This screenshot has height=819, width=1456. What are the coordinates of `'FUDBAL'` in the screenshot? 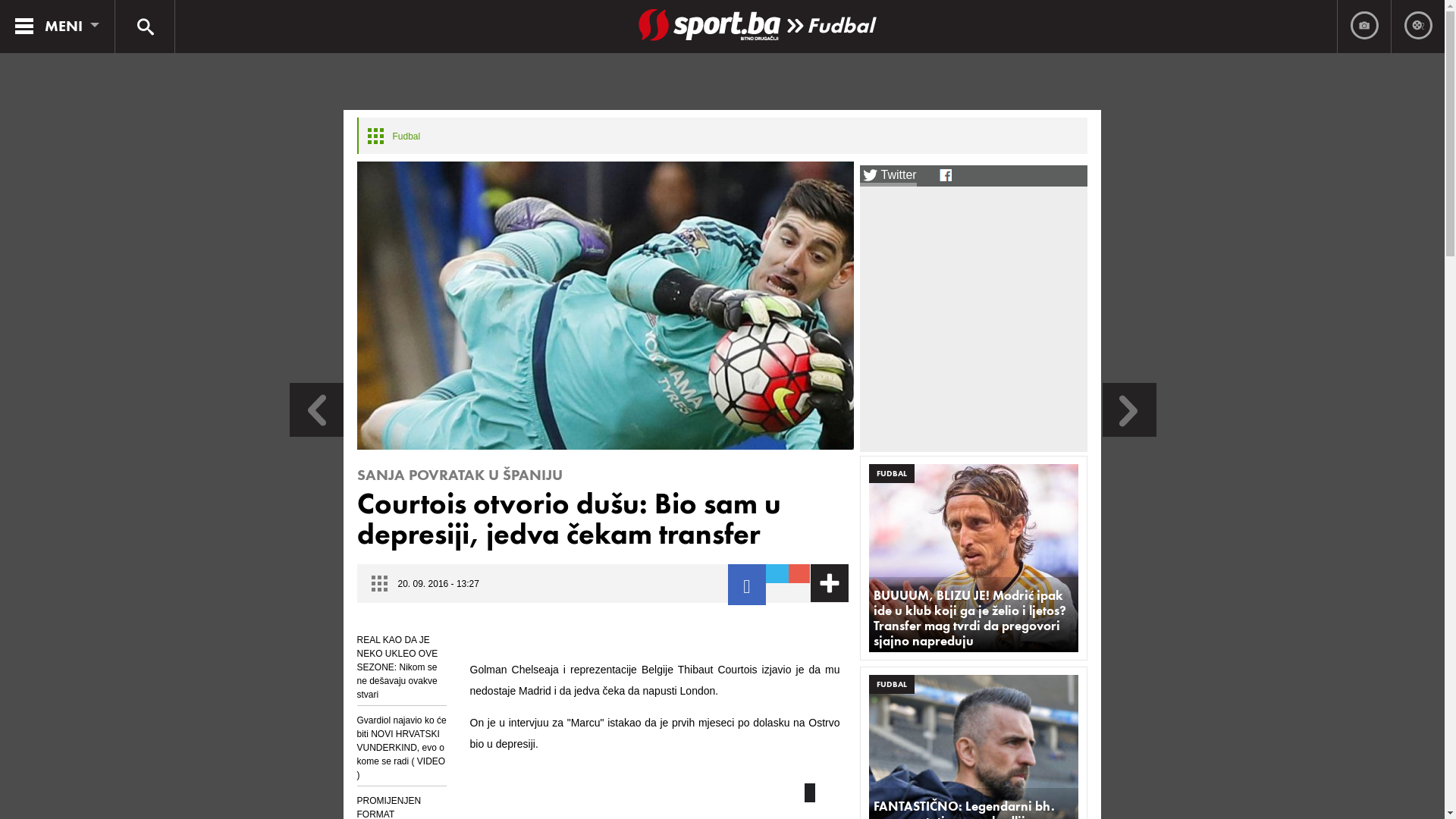 It's located at (892, 684).